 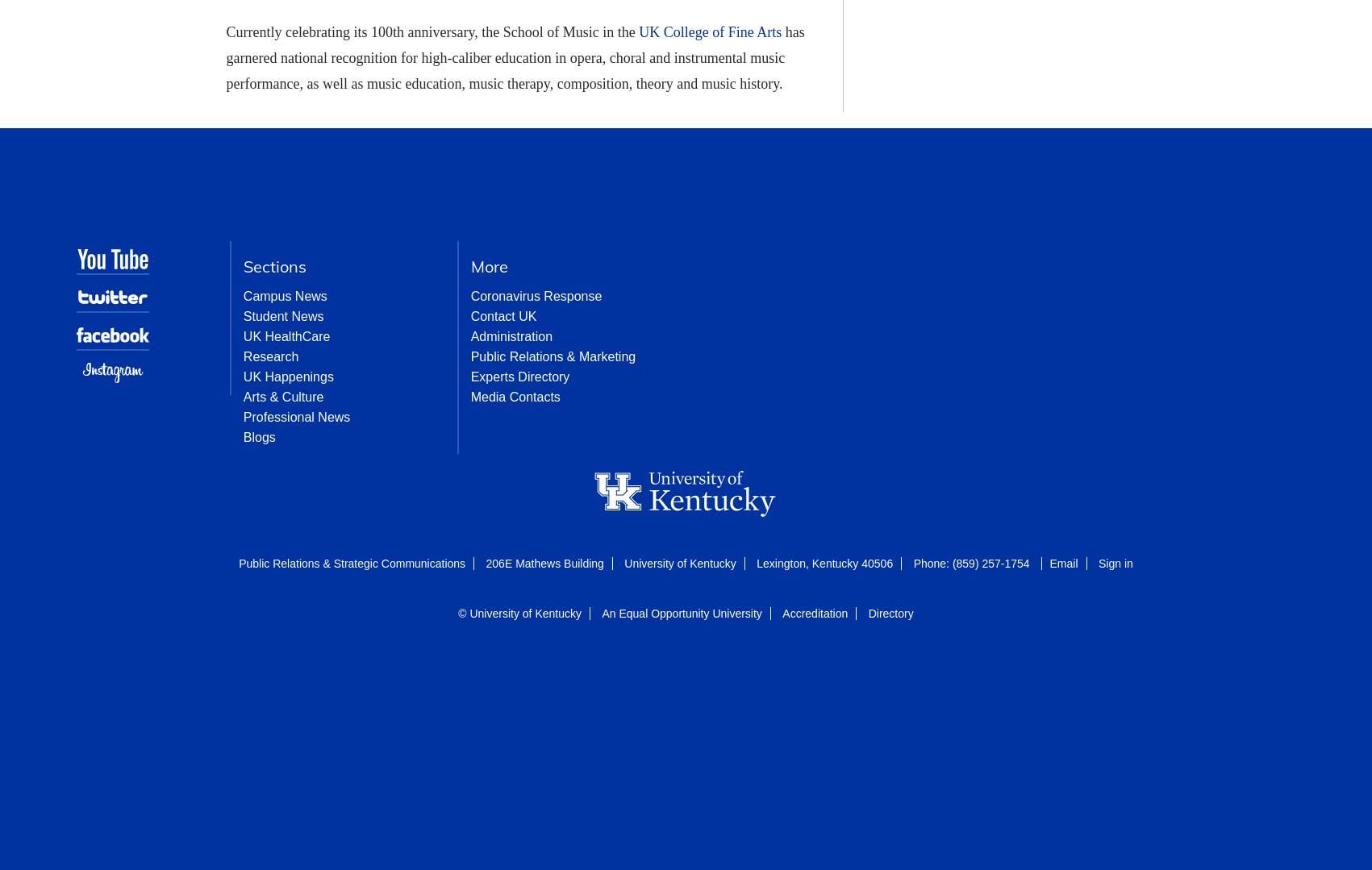 What do you see at coordinates (238, 563) in the screenshot?
I see `'Public Relations & Strategic Communications'` at bounding box center [238, 563].